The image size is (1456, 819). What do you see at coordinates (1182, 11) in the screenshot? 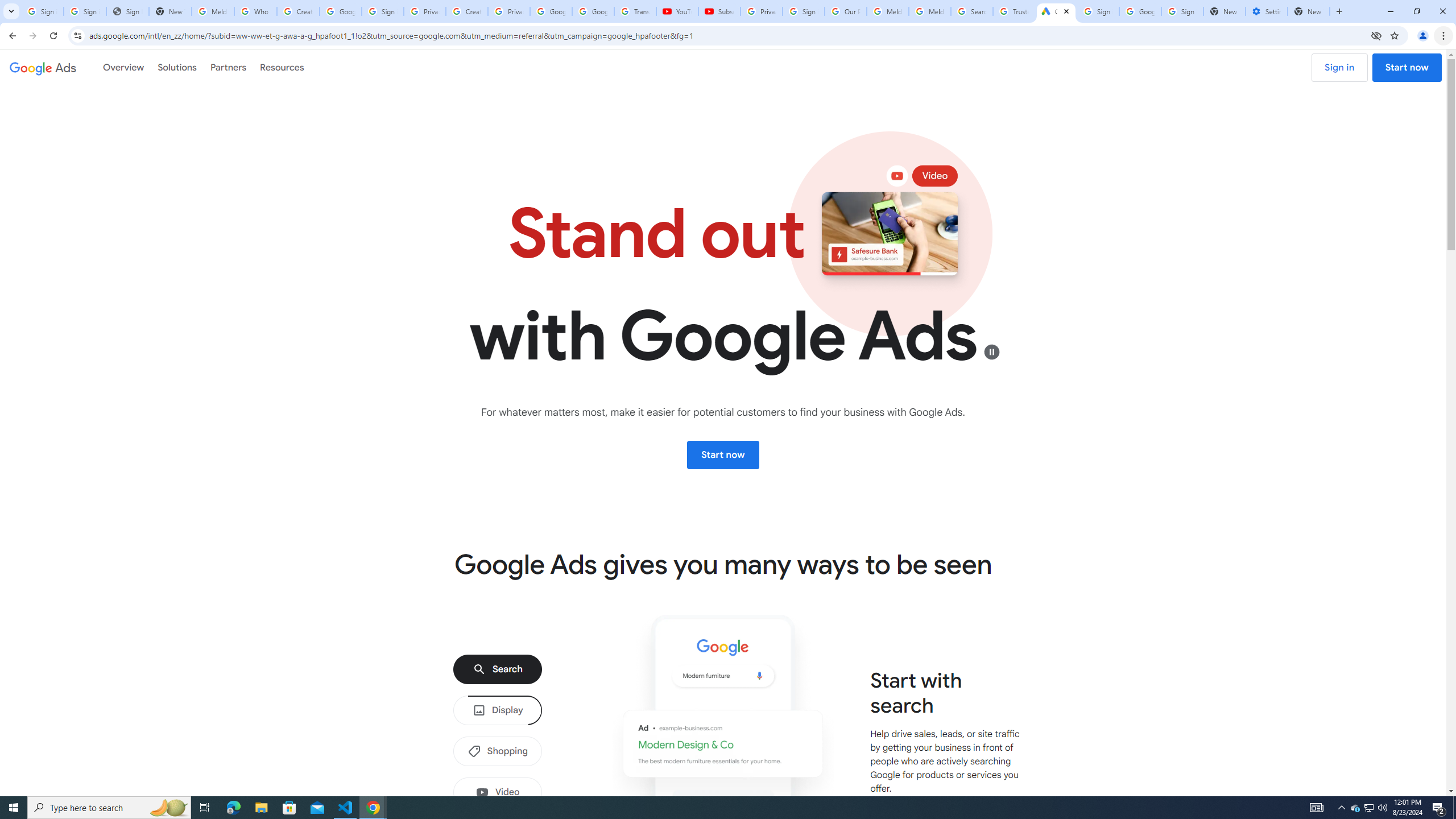
I see `'Sign in - Google Accounts'` at bounding box center [1182, 11].